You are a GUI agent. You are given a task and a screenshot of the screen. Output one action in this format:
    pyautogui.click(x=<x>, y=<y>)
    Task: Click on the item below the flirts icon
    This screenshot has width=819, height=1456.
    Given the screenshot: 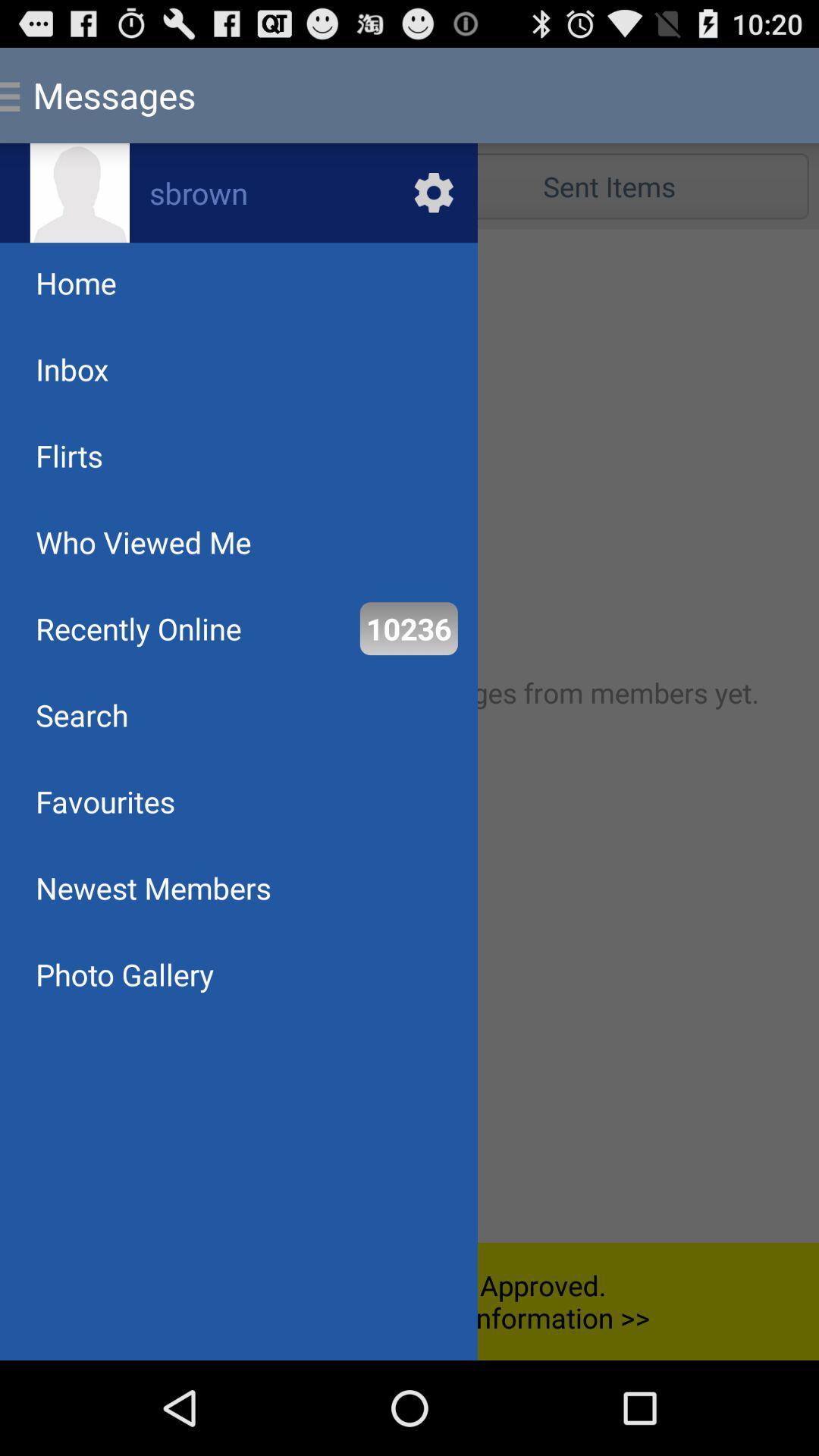 What is the action you would take?
    pyautogui.click(x=143, y=542)
    